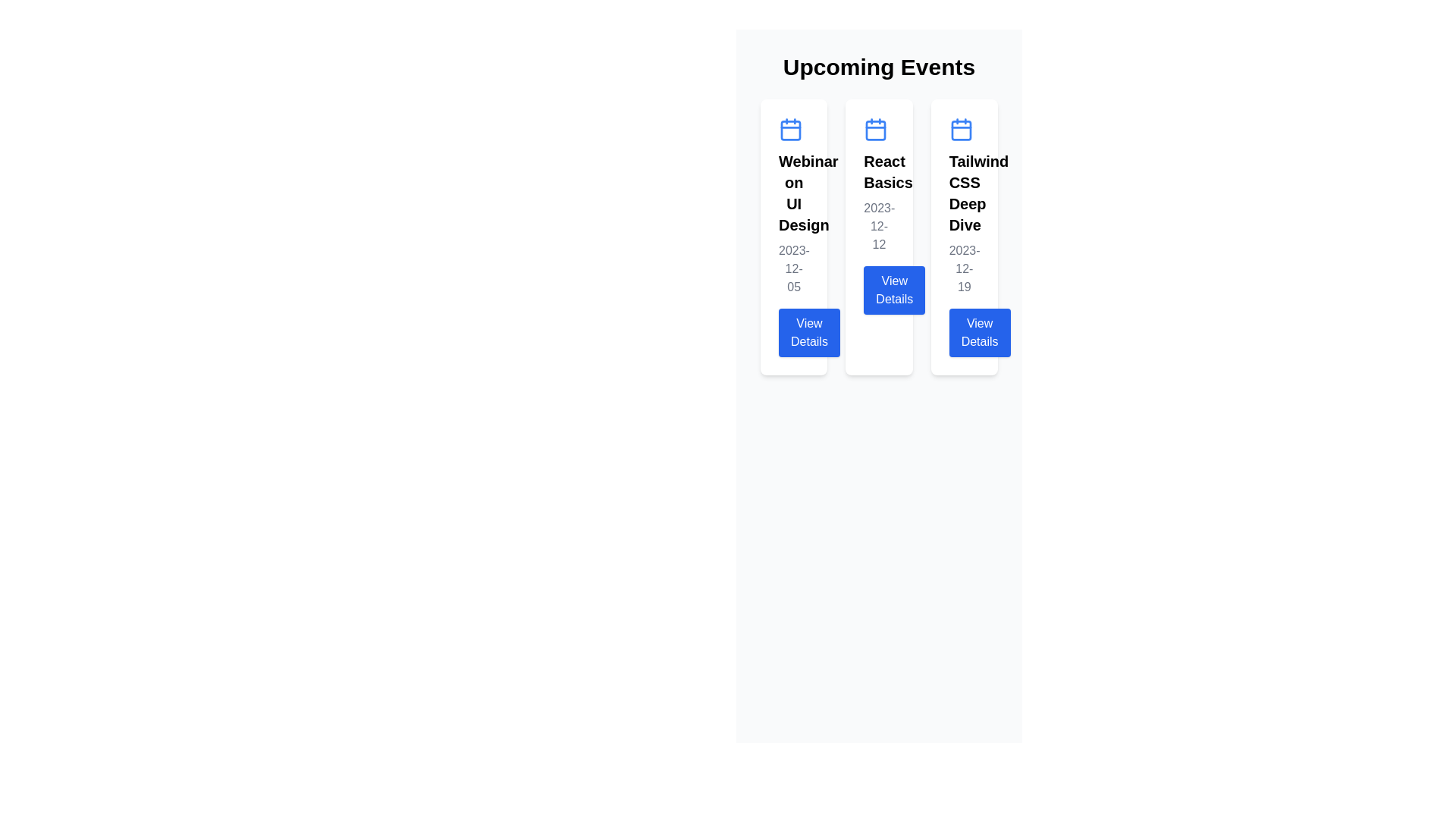 The image size is (1456, 819). What do you see at coordinates (963, 268) in the screenshot?
I see `the static text label displaying the date of the event 'Tailwind CSS Deep Dive', located below the title in the third column of event cards` at bounding box center [963, 268].